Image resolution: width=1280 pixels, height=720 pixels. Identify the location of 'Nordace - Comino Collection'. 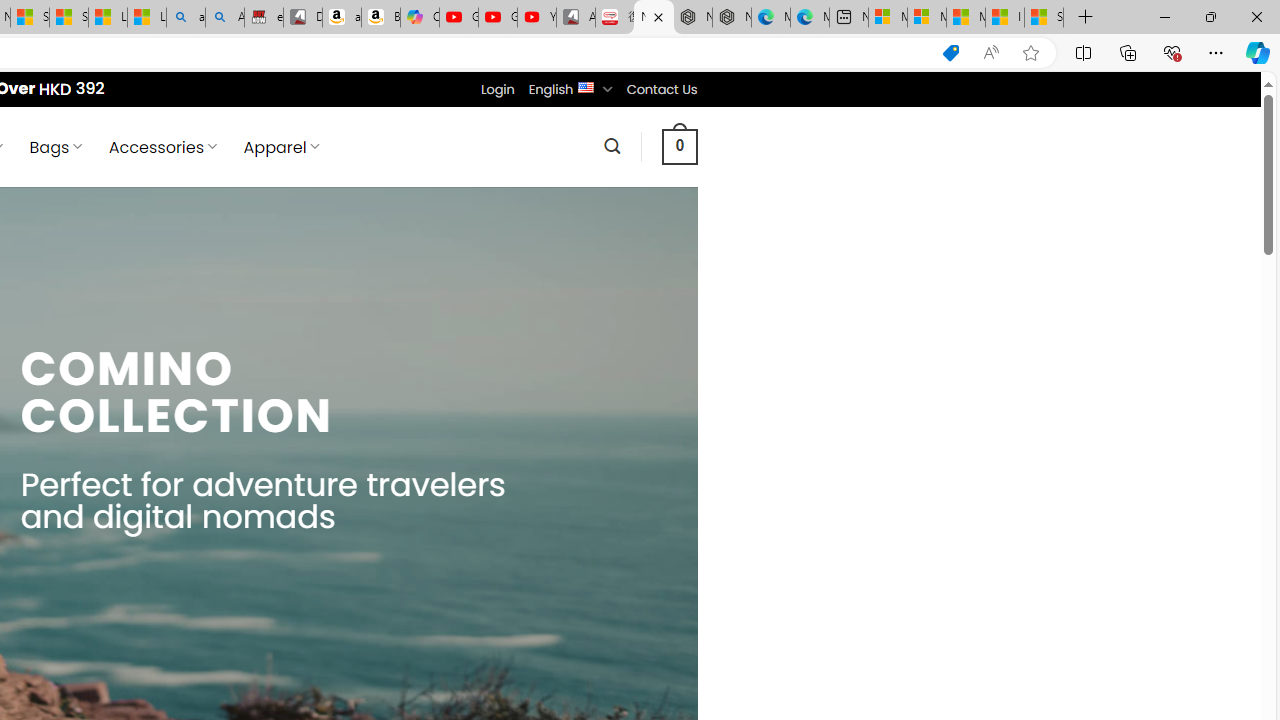
(654, 17).